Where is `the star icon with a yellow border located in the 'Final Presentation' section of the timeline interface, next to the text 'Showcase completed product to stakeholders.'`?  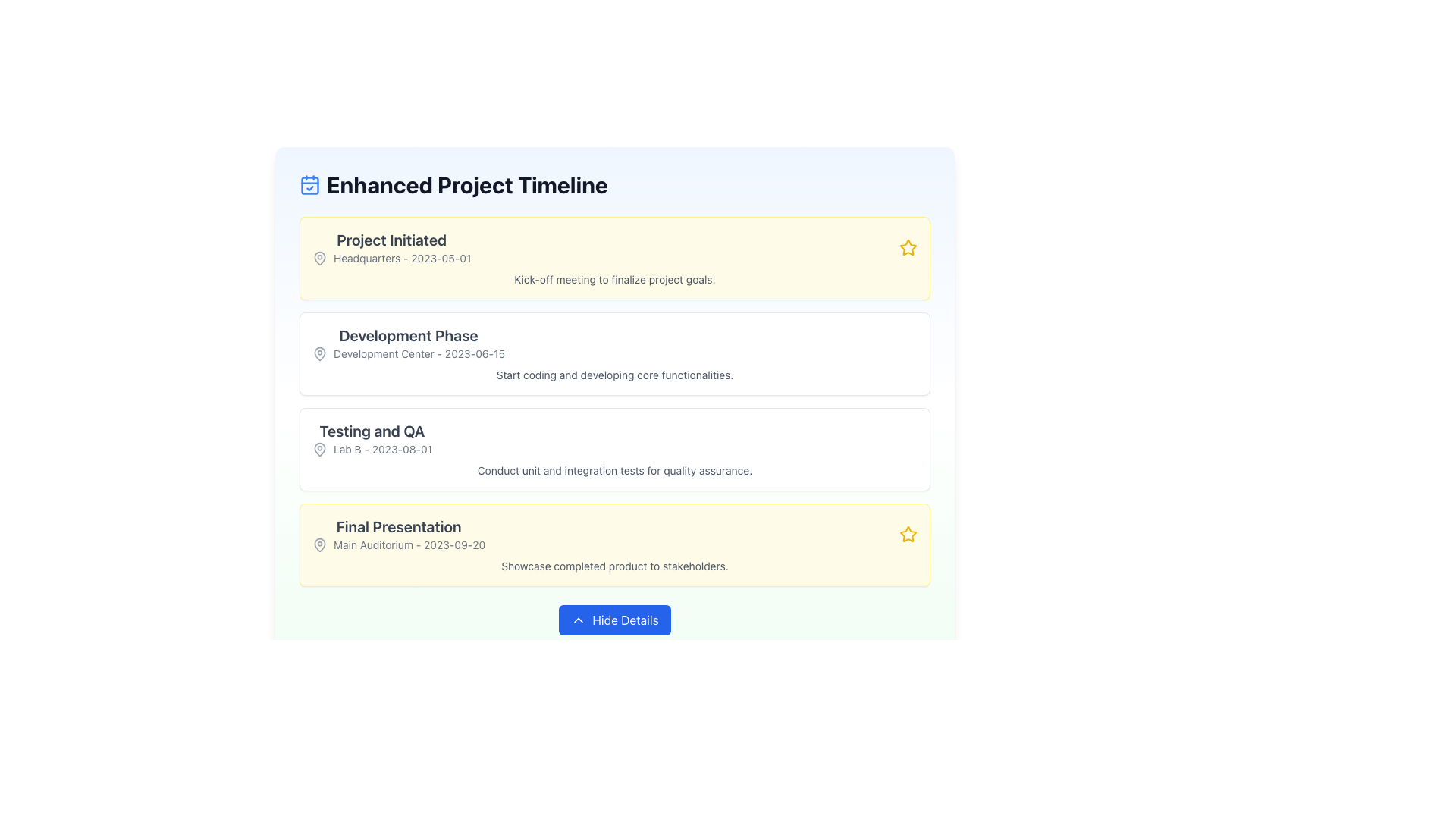
the star icon with a yellow border located in the 'Final Presentation' section of the timeline interface, next to the text 'Showcase completed product to stakeholders.' is located at coordinates (908, 534).